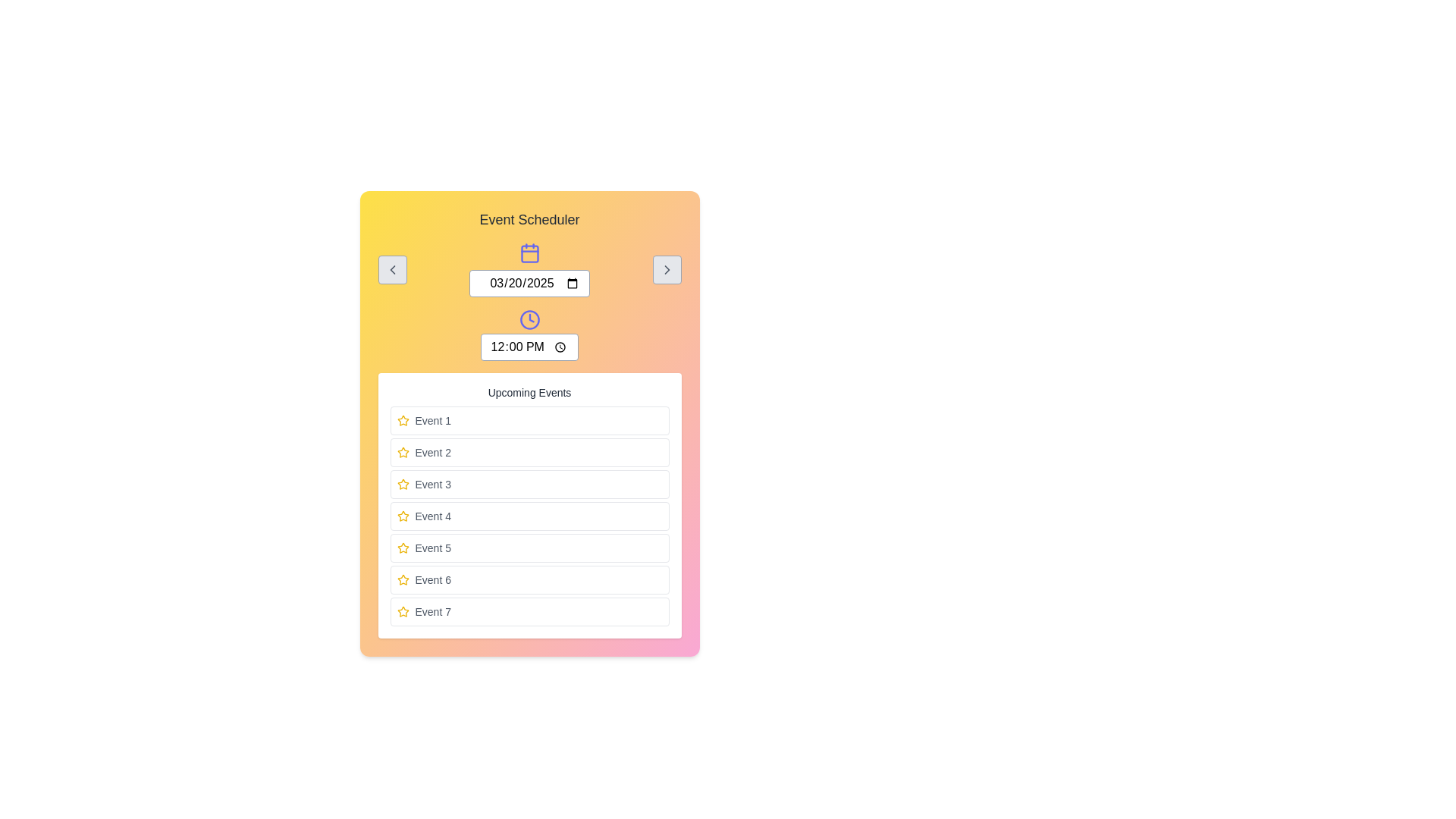  I want to click on the star icon, so click(403, 484).